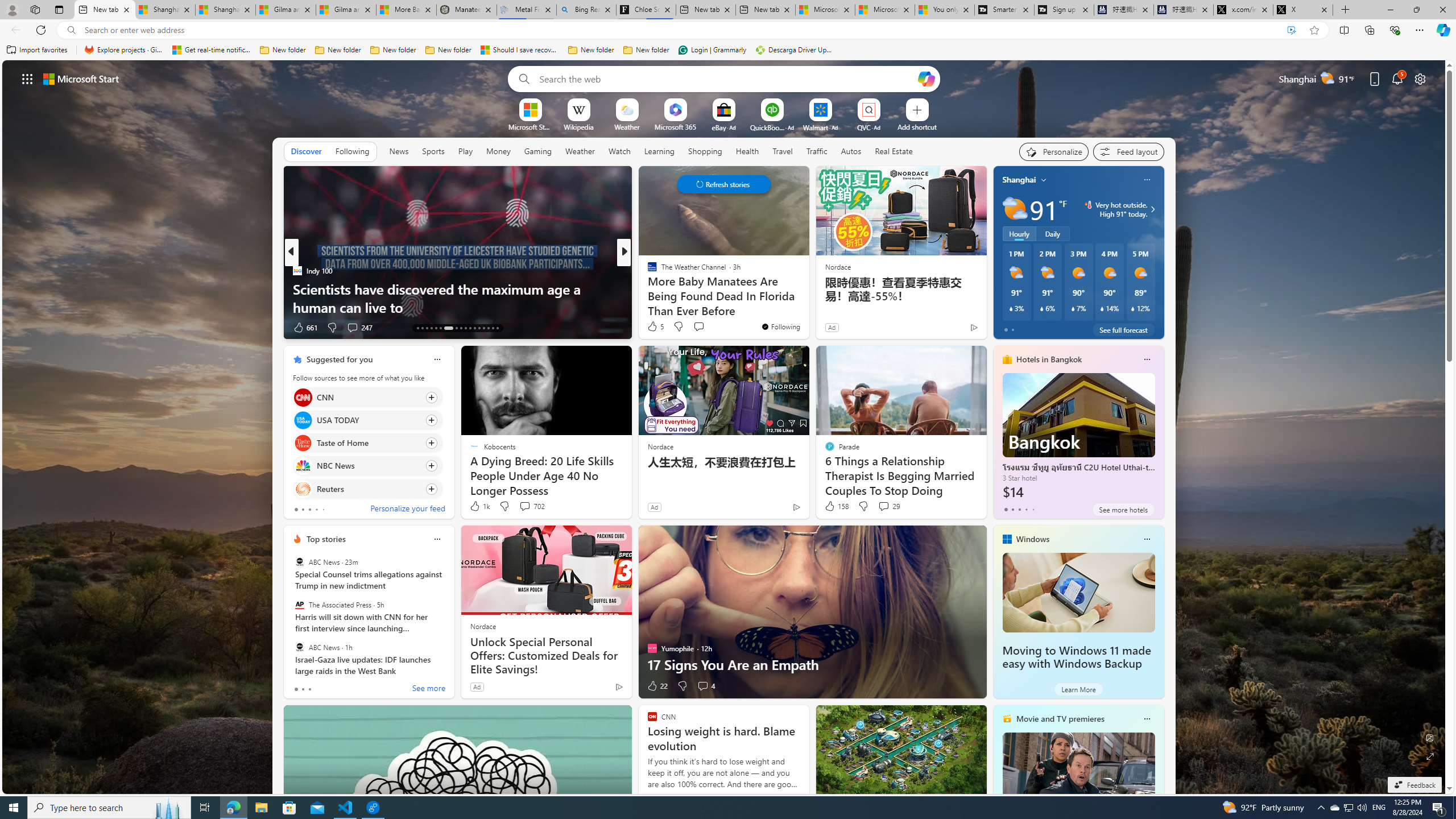 This screenshot has width=1456, height=819. What do you see at coordinates (352, 326) in the screenshot?
I see `'View comments 247 Comment'` at bounding box center [352, 326].